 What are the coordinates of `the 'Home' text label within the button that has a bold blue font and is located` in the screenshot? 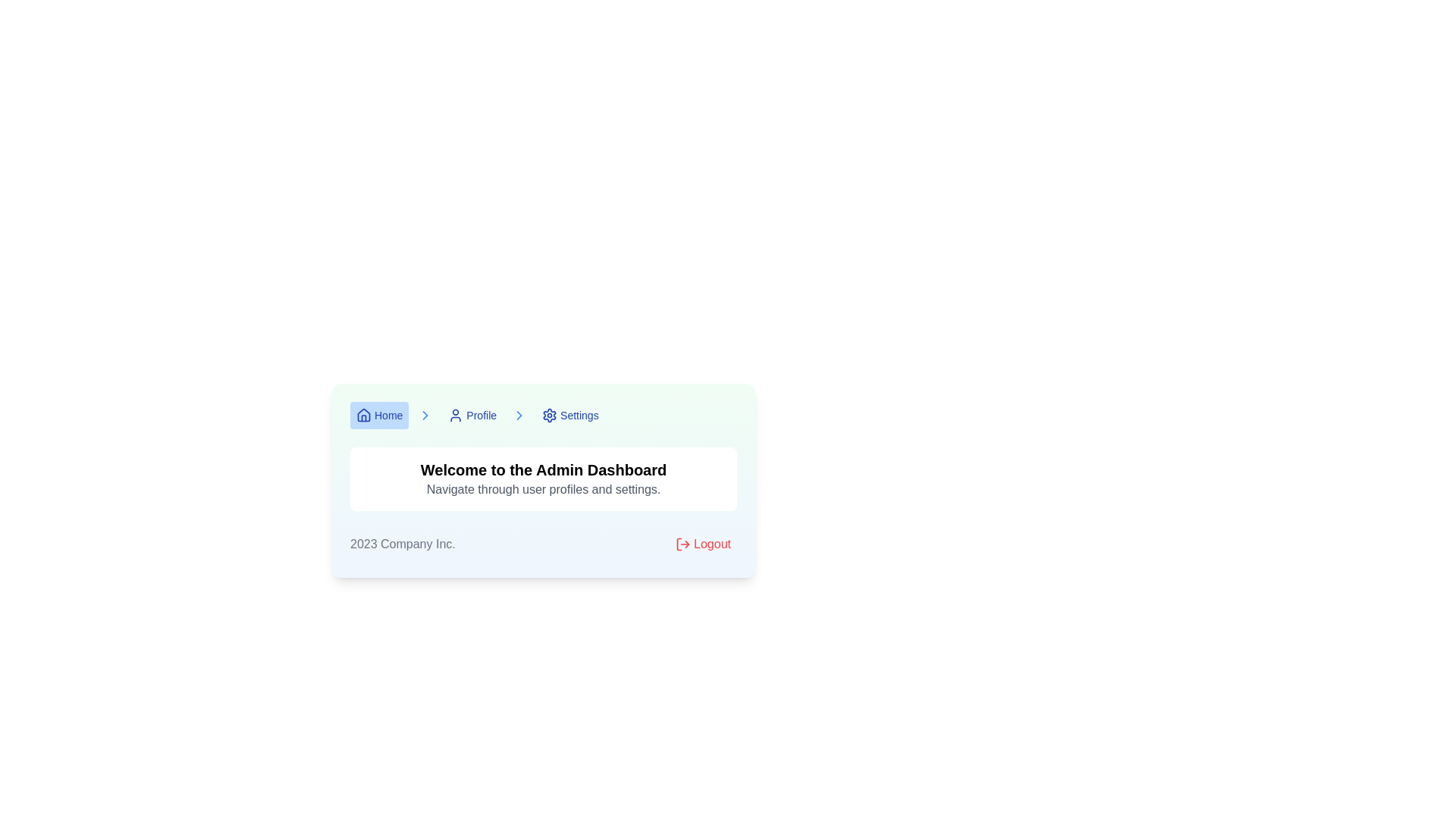 It's located at (388, 415).